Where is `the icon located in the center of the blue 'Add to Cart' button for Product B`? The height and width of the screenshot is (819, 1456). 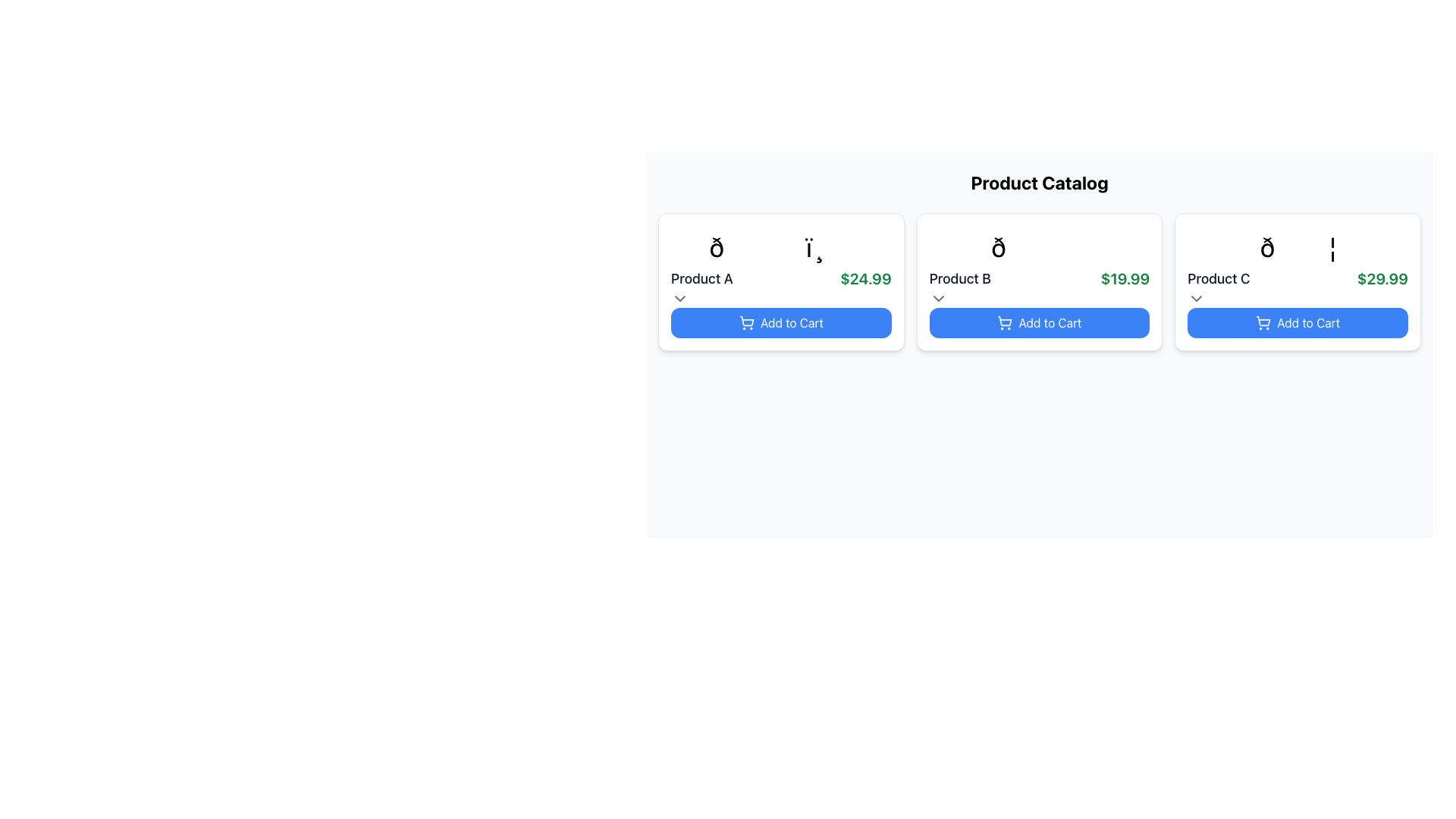 the icon located in the center of the blue 'Add to Cart' button for Product B is located at coordinates (1005, 322).